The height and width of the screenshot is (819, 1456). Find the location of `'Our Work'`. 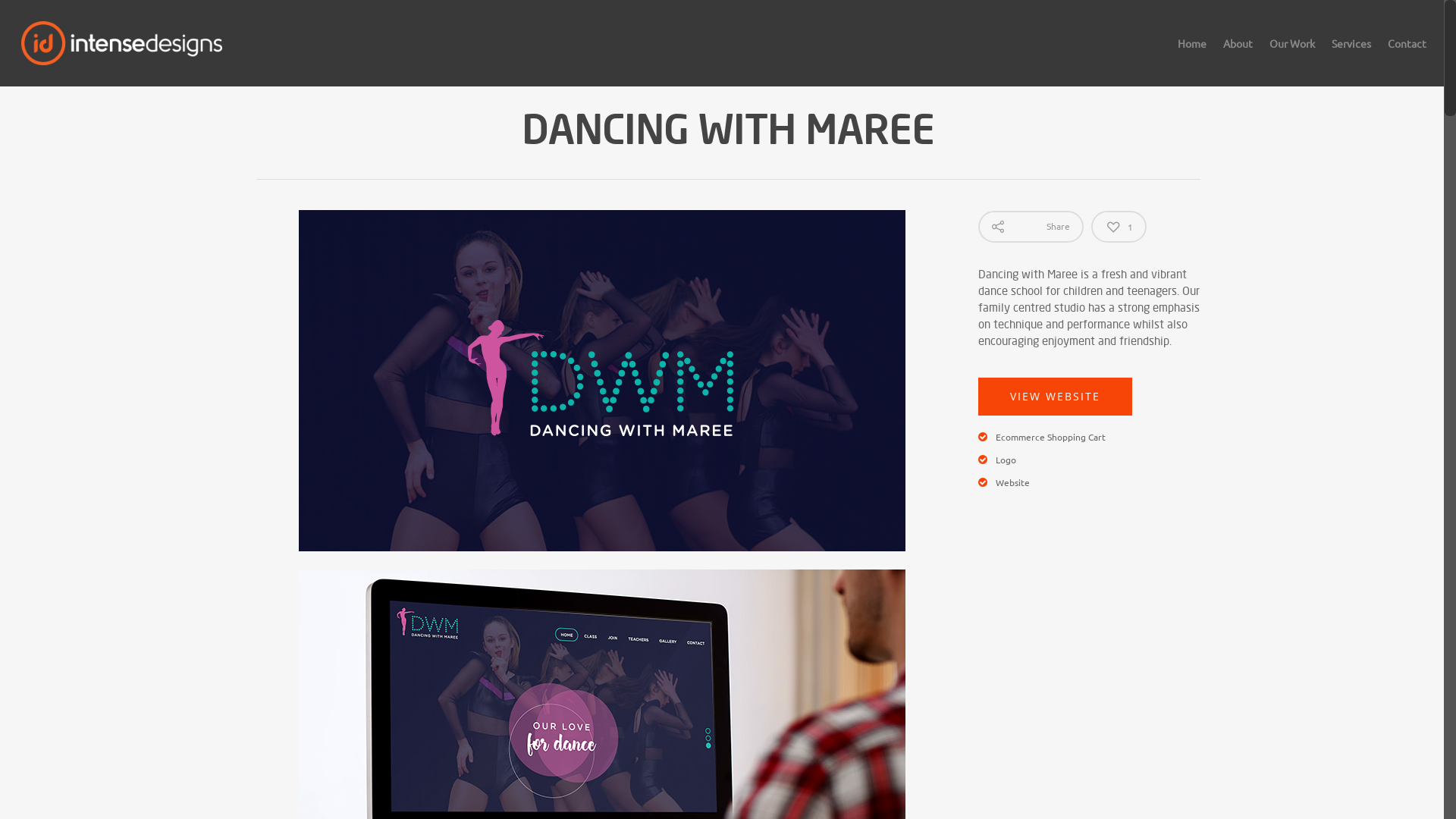

'Our Work' is located at coordinates (1262, 52).